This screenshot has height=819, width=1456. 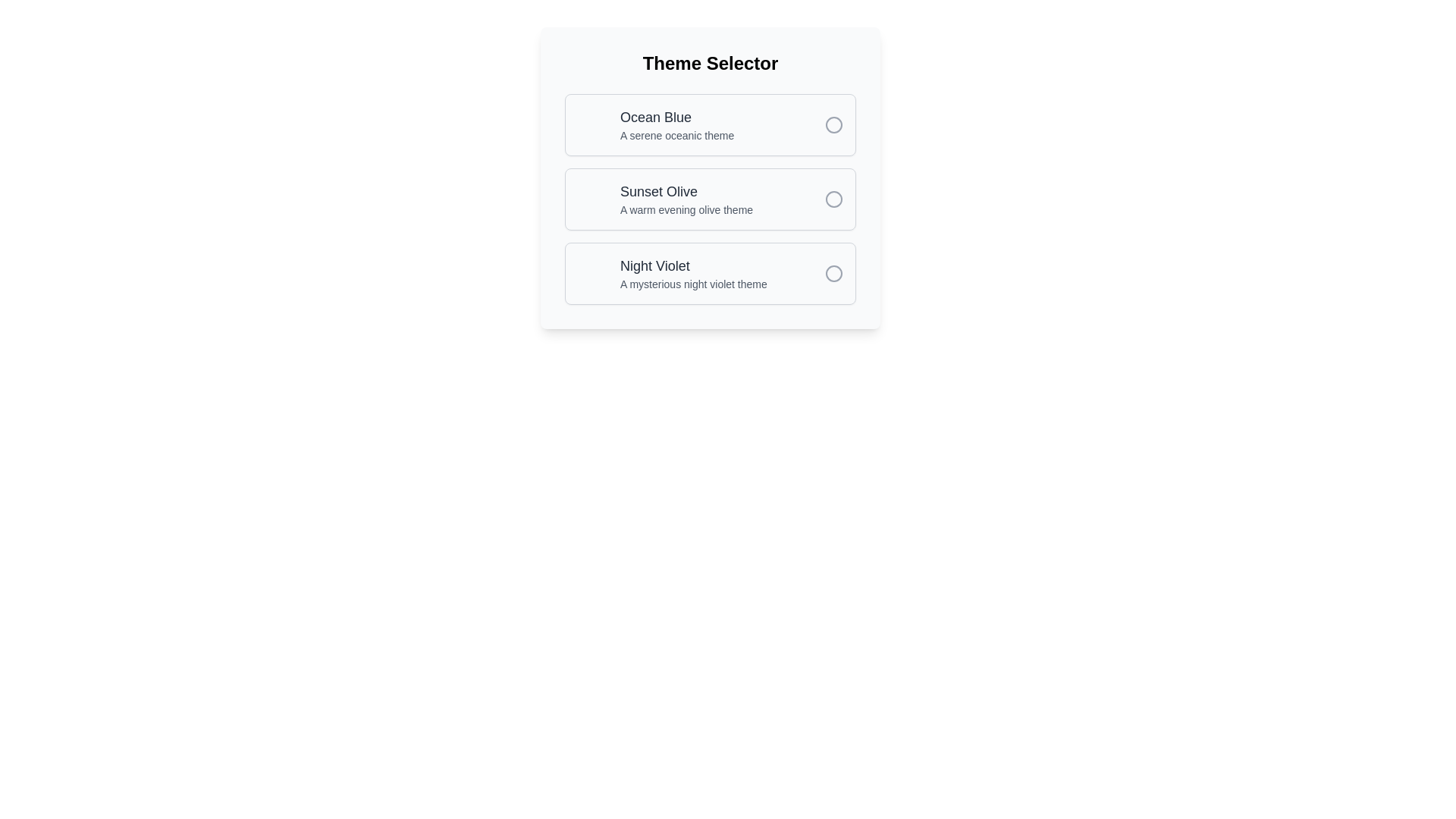 What do you see at coordinates (833, 274) in the screenshot?
I see `the unfilled circular radio button styled in gray, located at the far right side of the 'Night Violet' theme selector row` at bounding box center [833, 274].